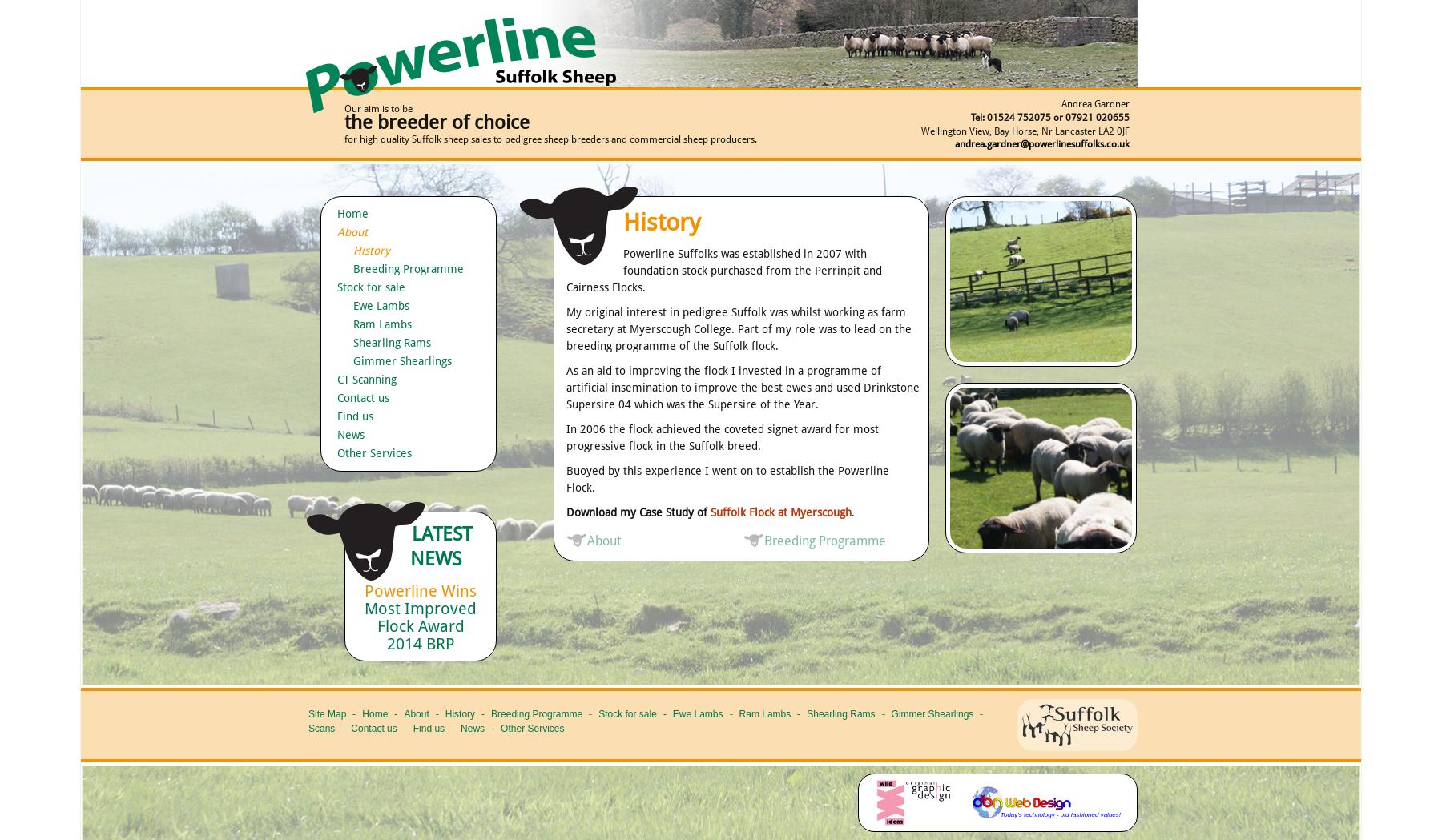 The height and width of the screenshot is (840, 1442). Describe the element at coordinates (721, 437) in the screenshot. I see `'In 2006 the flock achieved the coveted signet award for most progressive flock in the Suffolk breed.'` at that location.